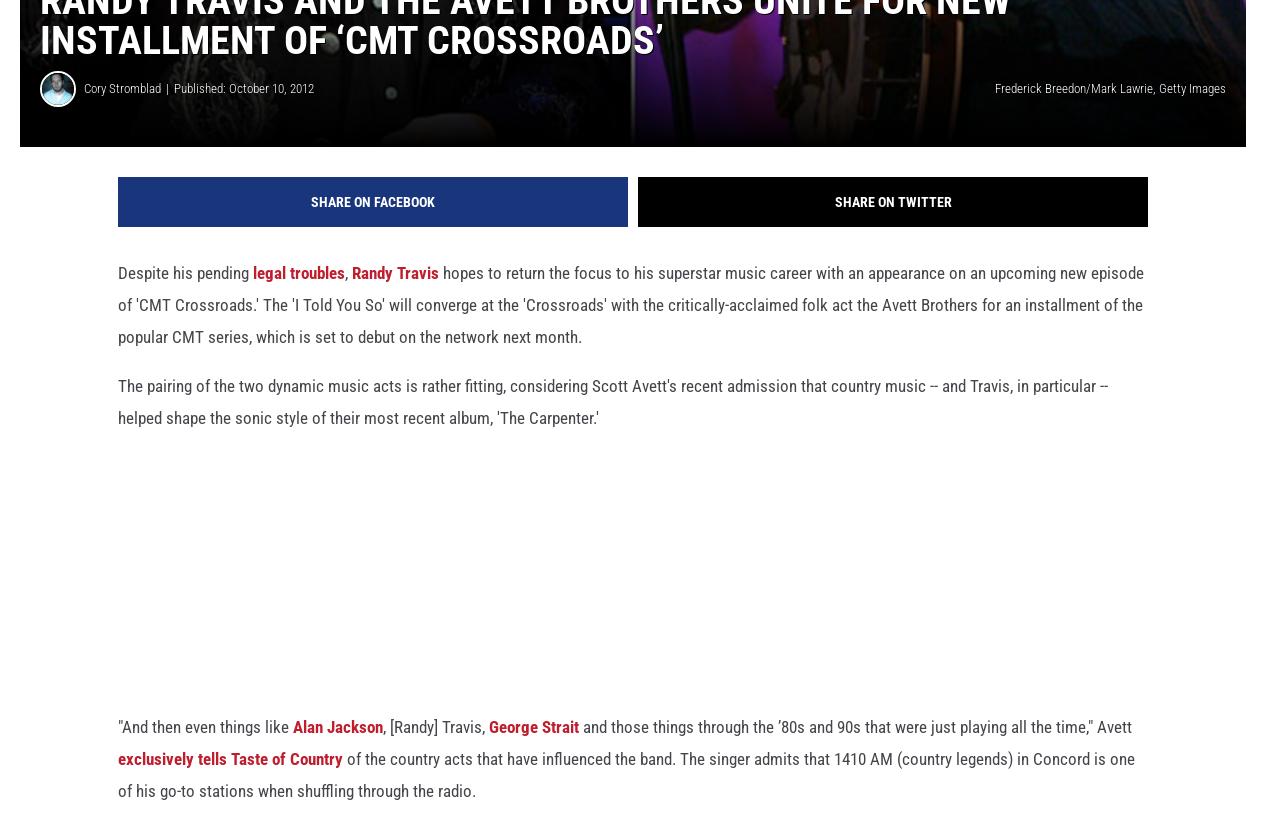 The width and height of the screenshot is (1286, 824). I want to click on '"And then even things like', so click(205, 744).